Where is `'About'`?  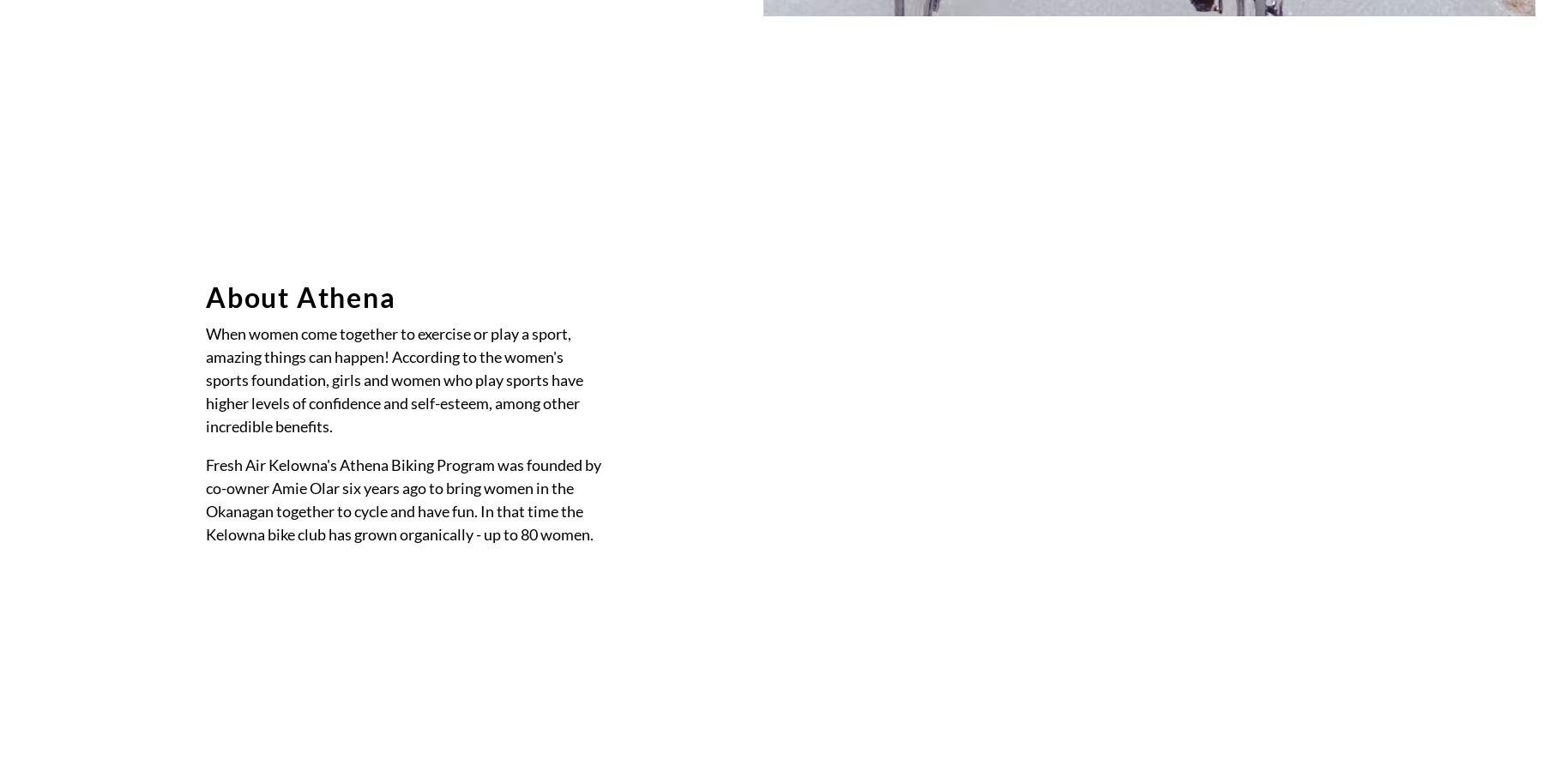
'About' is located at coordinates (734, 211).